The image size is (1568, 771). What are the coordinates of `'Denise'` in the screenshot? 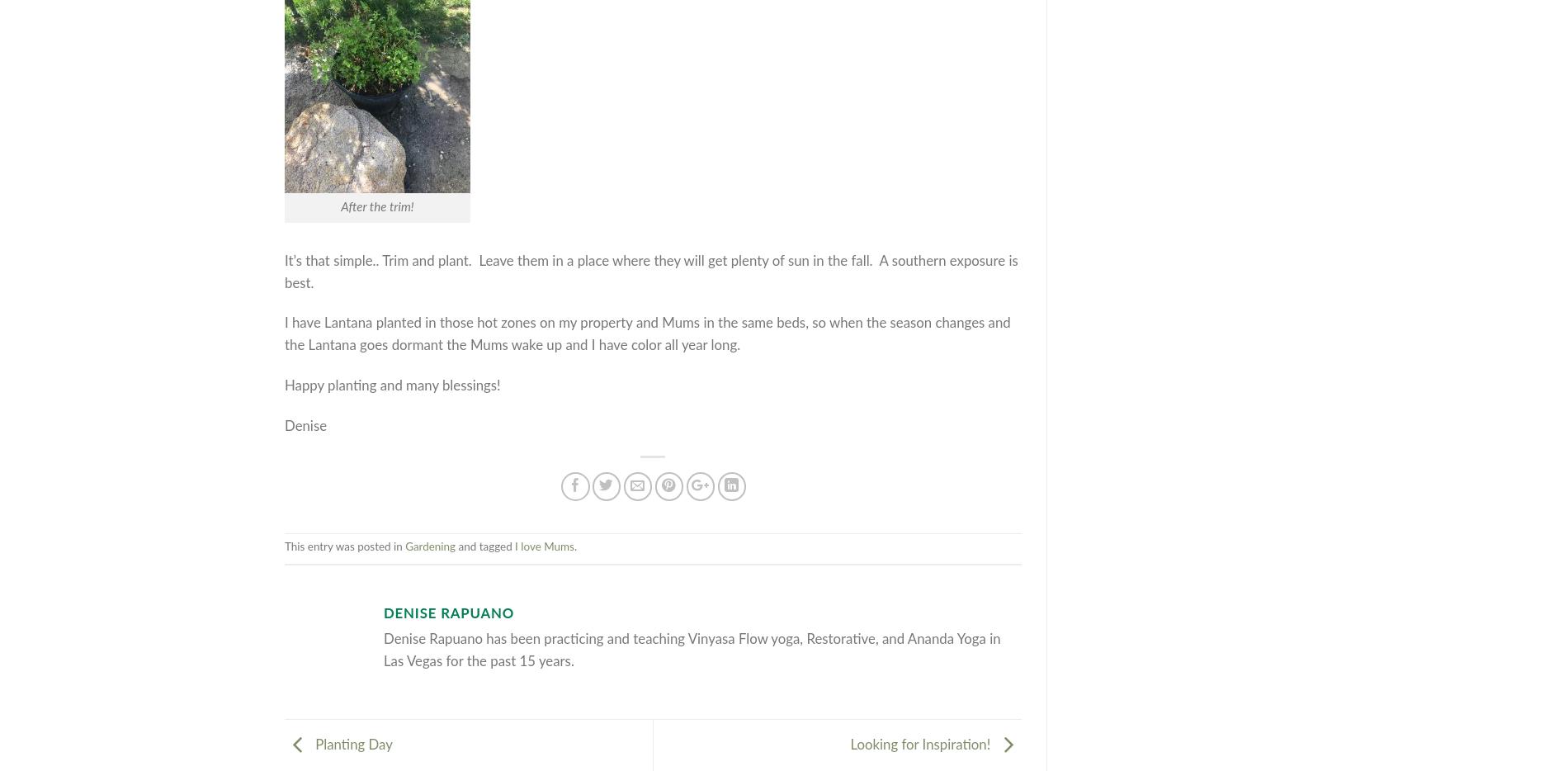 It's located at (305, 425).